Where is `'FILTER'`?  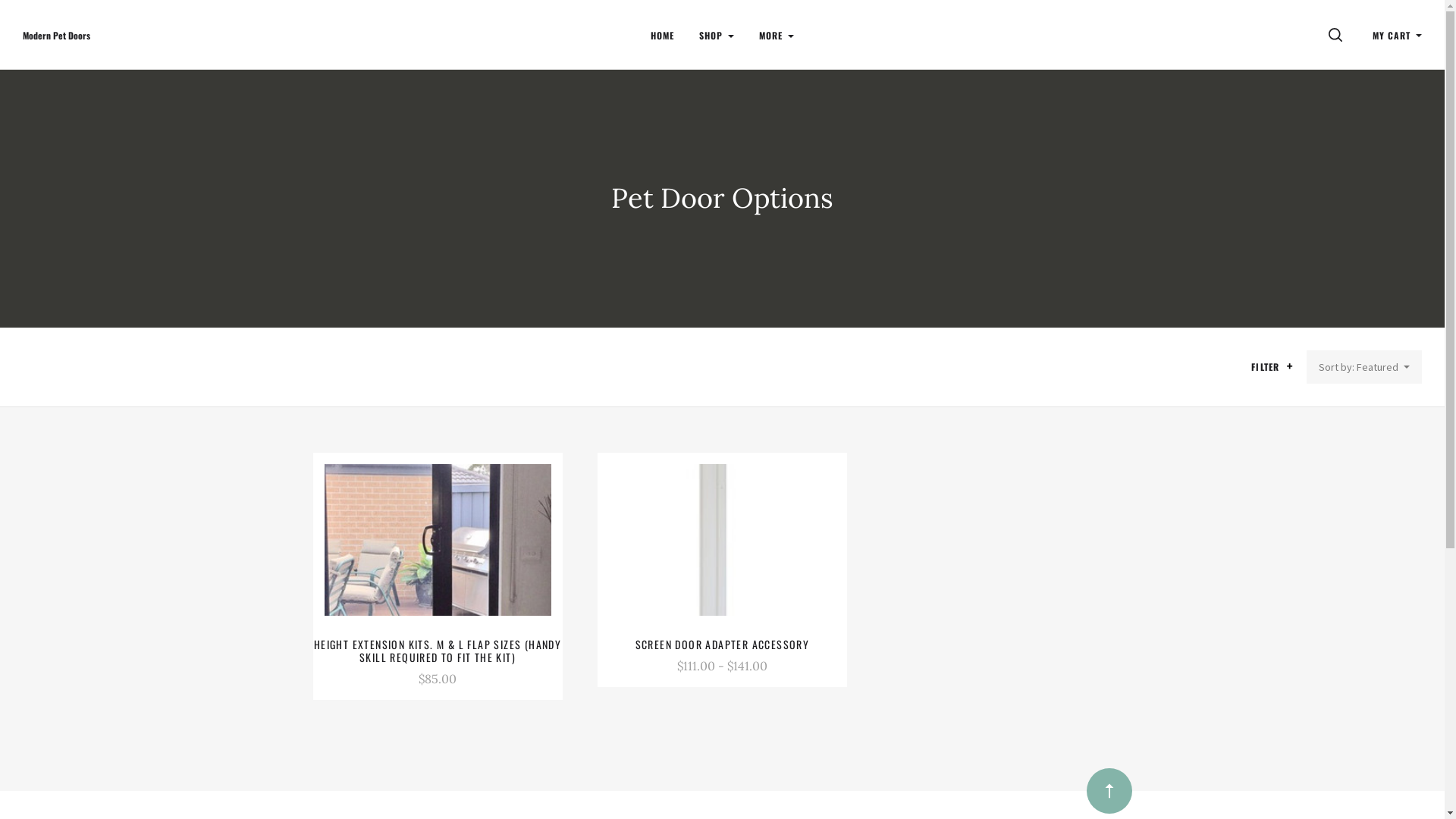 'FILTER' is located at coordinates (1274, 367).